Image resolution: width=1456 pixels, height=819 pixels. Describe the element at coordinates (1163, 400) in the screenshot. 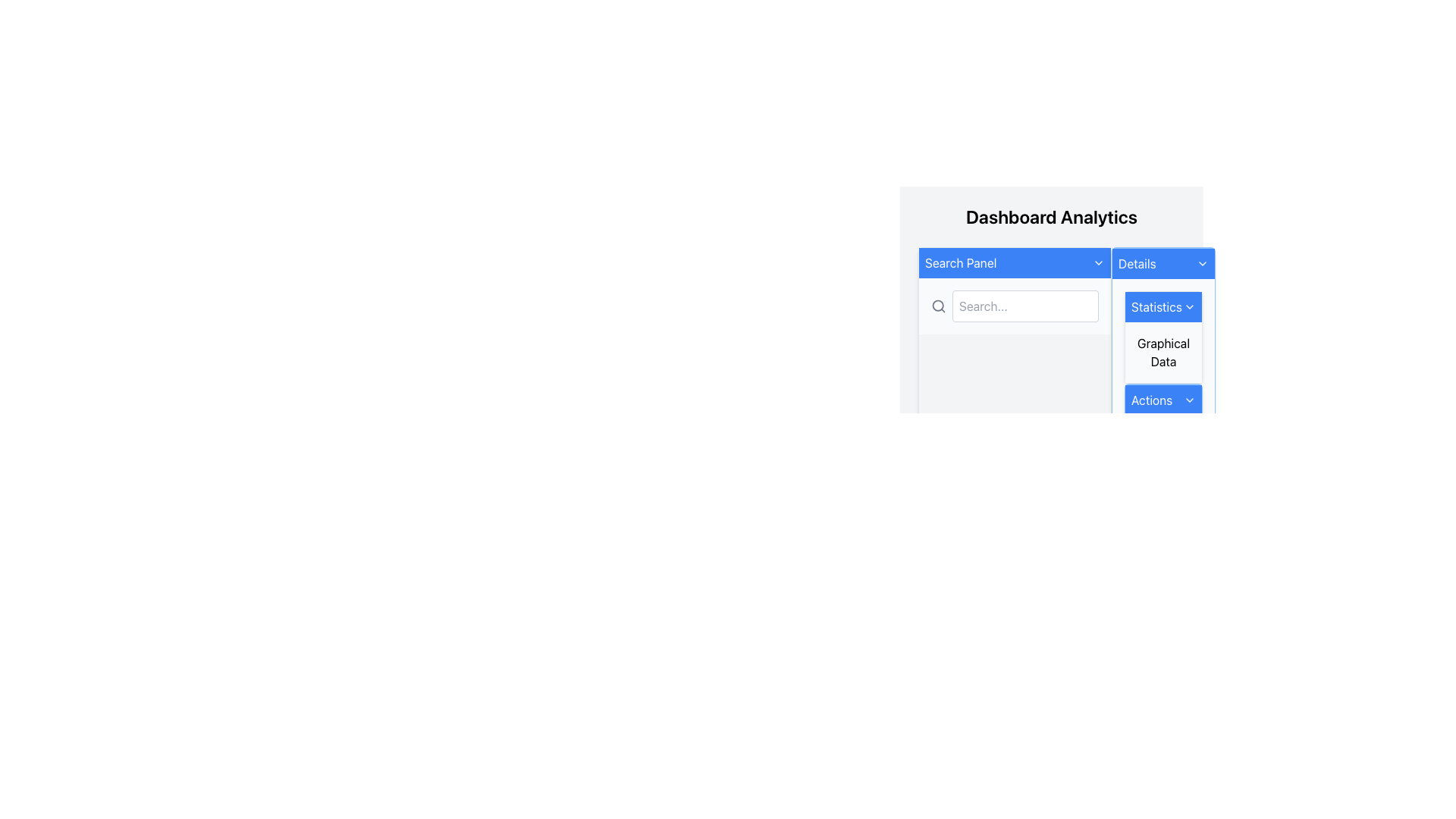

I see `the button labeled 'Actions' located at the last entry` at that location.